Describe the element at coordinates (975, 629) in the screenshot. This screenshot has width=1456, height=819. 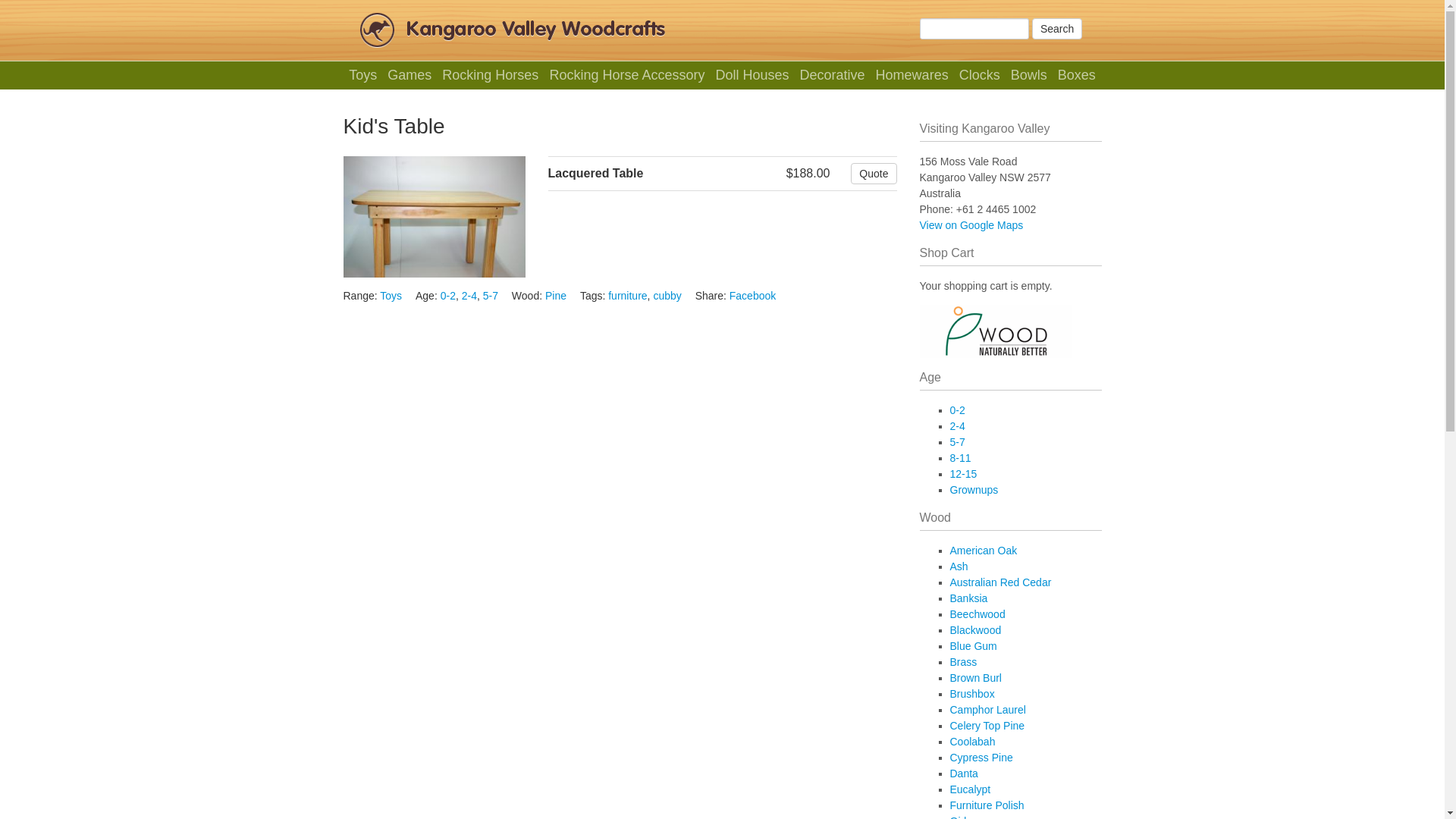
I see `'Blackwood'` at that location.